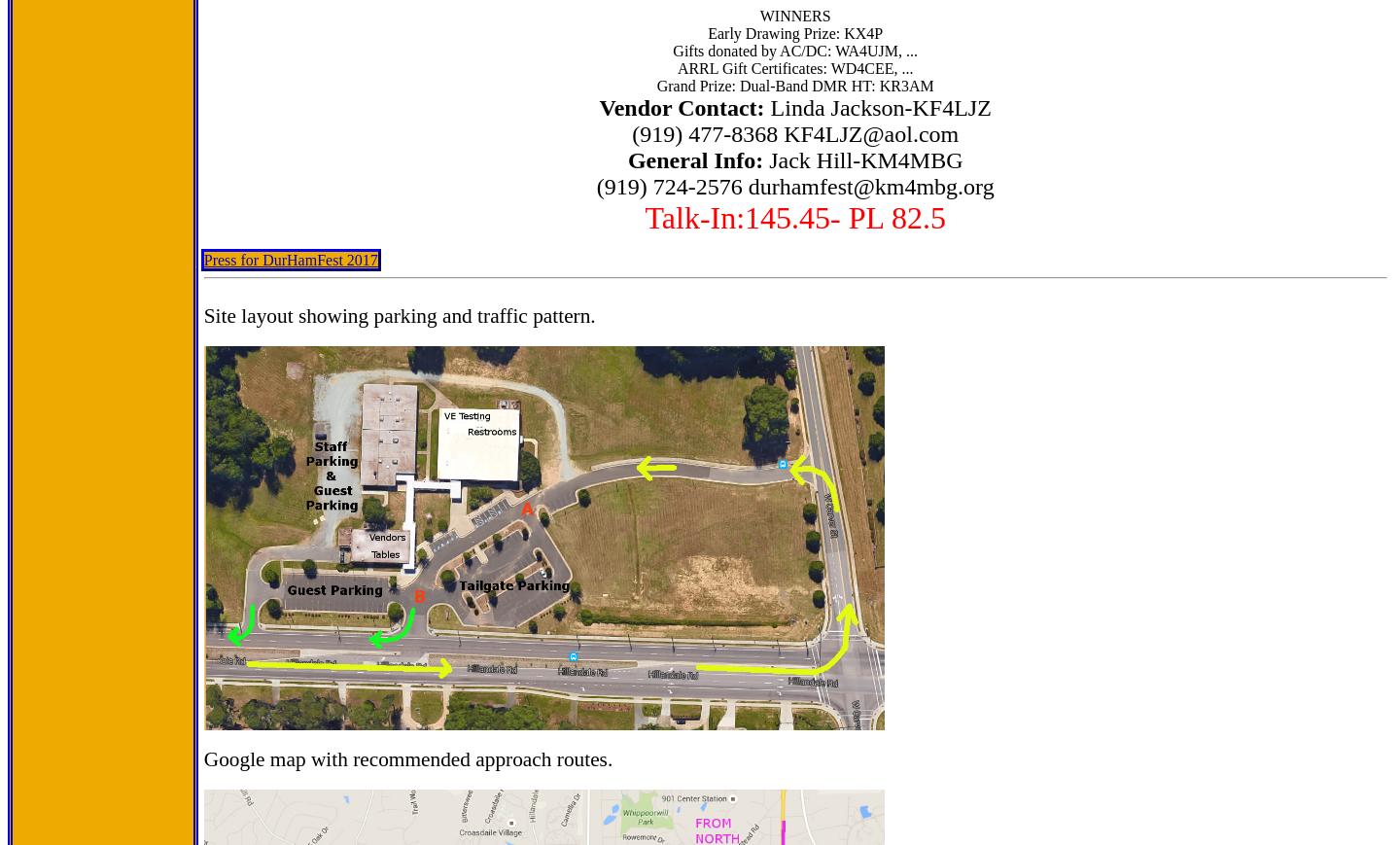 The width and height of the screenshot is (1400, 845). What do you see at coordinates (795, 132) in the screenshot?
I see `'(919) 477-8368 KF4LJZ@aol.com'` at bounding box center [795, 132].